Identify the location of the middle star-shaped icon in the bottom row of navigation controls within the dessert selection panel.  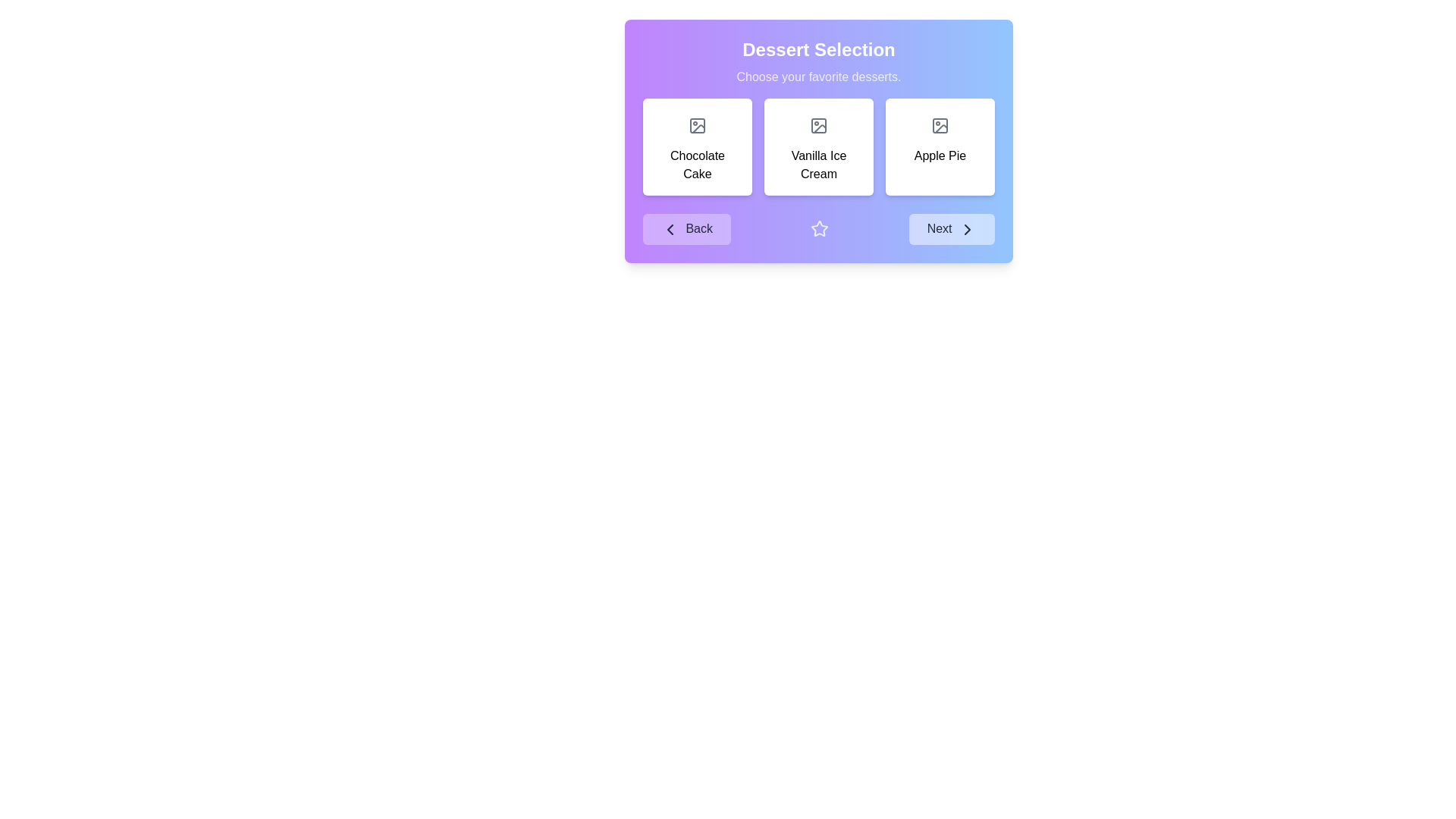
(818, 228).